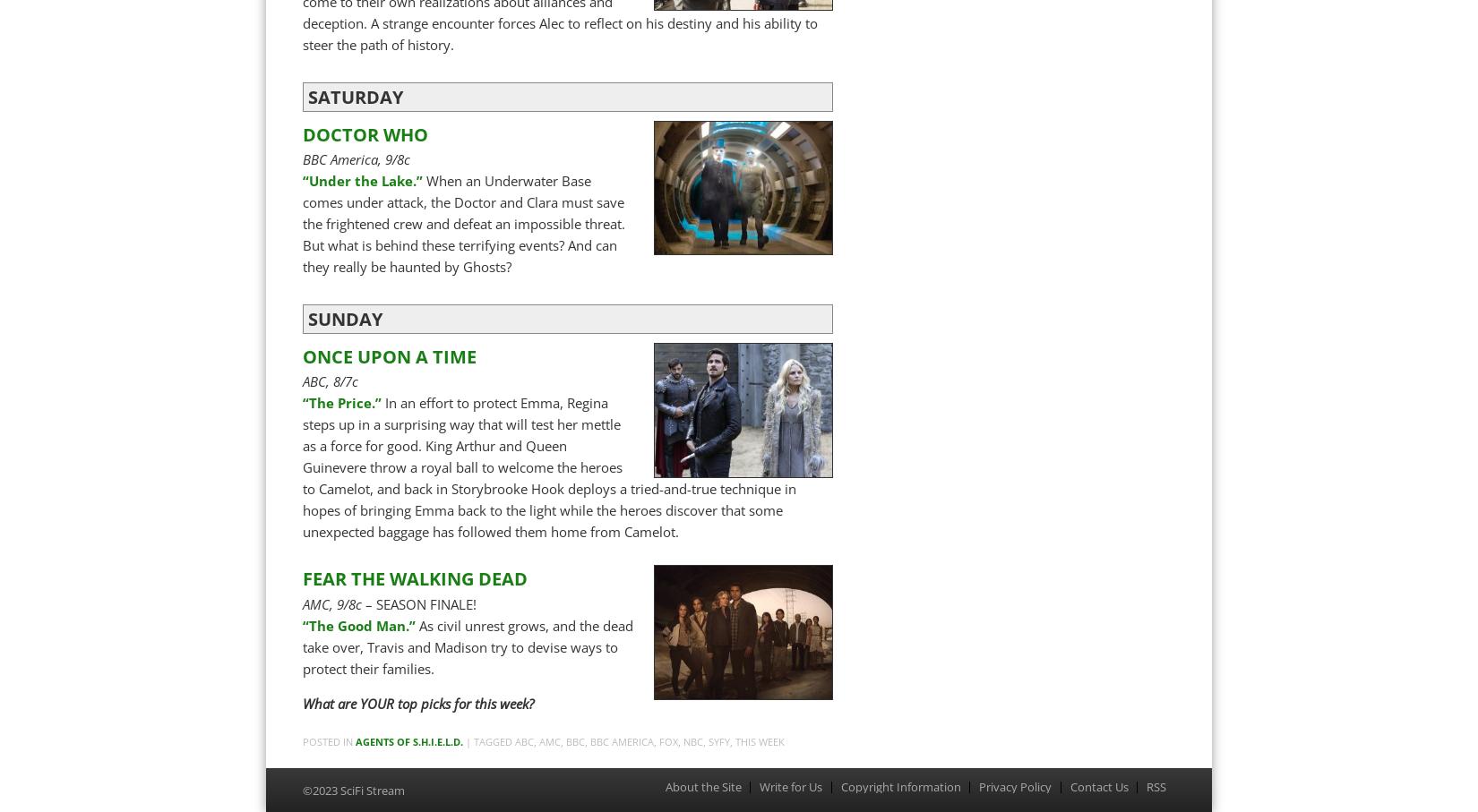 This screenshot has height=812, width=1478. What do you see at coordinates (462, 222) in the screenshot?
I see `'When an Underwater Base comes under attack, the Doctor and Clara must save the frightened crew and defeat an impossible threat. But what is behind these terrifying events? And can they really be haunted by Ghosts?'` at bounding box center [462, 222].